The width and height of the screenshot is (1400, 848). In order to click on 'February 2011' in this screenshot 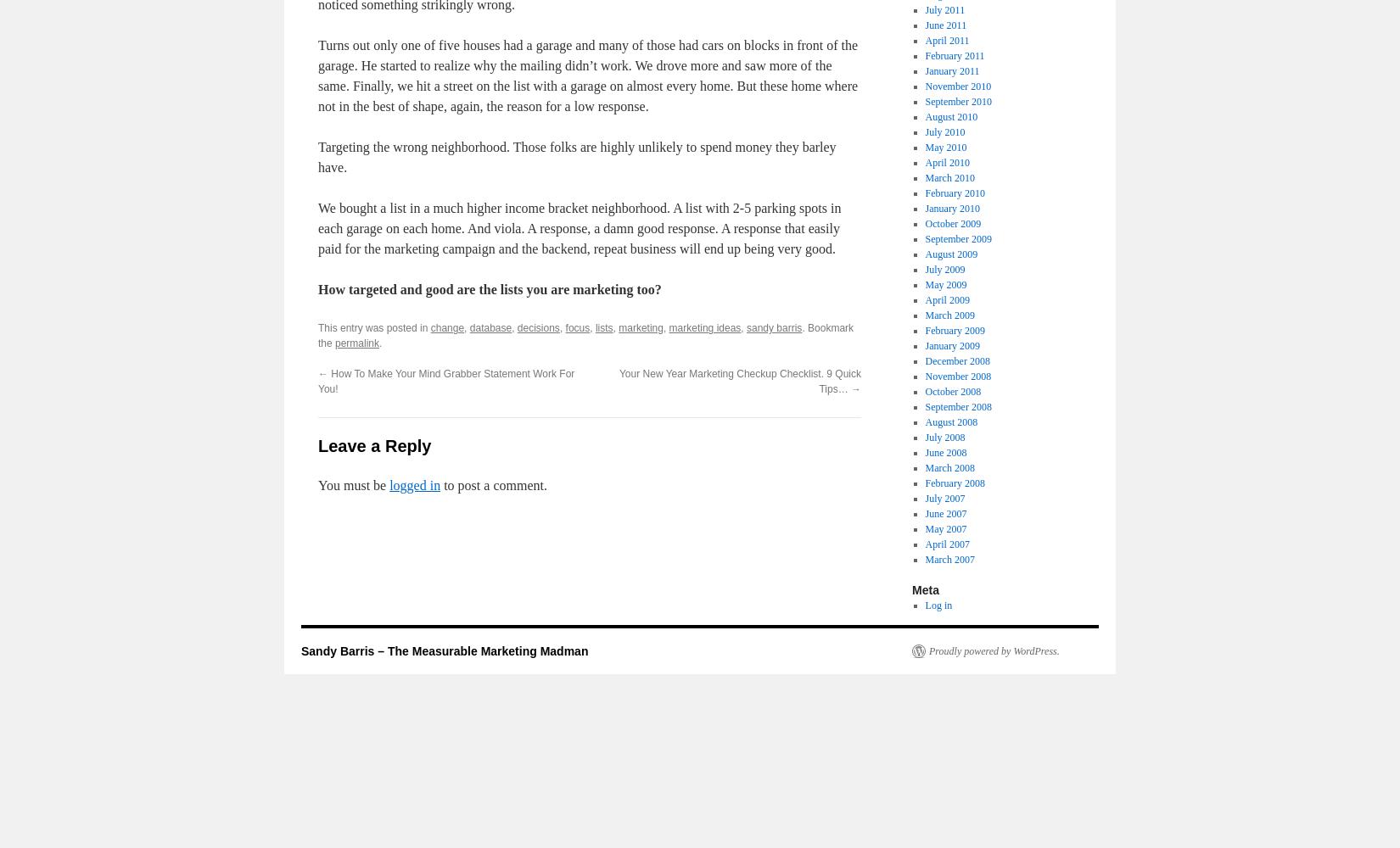, I will do `click(954, 55)`.